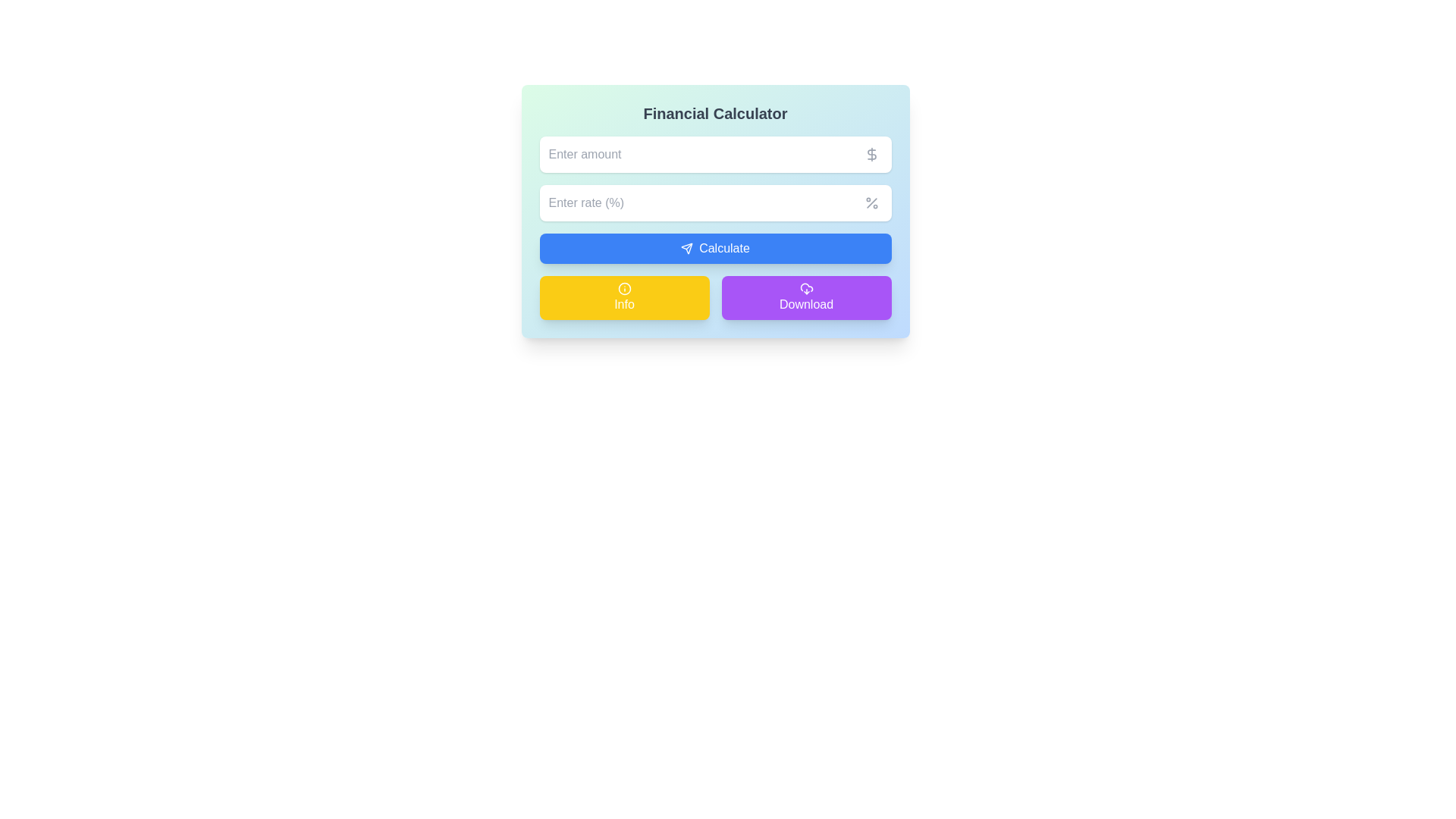 This screenshot has width=1456, height=819. Describe the element at coordinates (624, 298) in the screenshot. I see `the yellow rectangular button with rounded corners labeled 'Info', located below the 'Calculate' button and left of the 'Download' button to invoke an action` at that location.